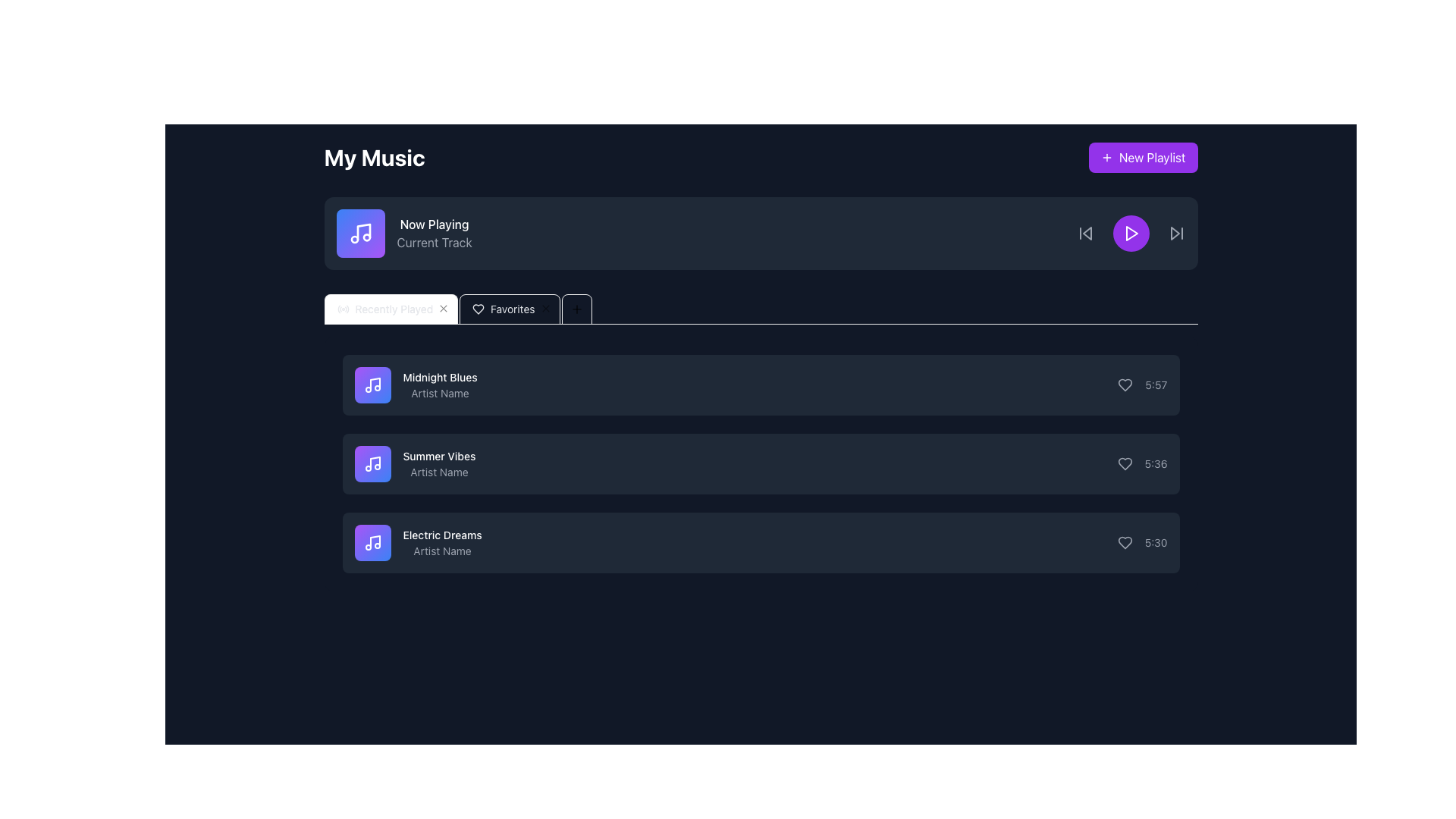 Image resolution: width=1456 pixels, height=819 pixels. I want to click on the 'Favorites' tab, which is the second tab in the horizontal tab navigation and features a heart-shaped icon, so click(510, 309).